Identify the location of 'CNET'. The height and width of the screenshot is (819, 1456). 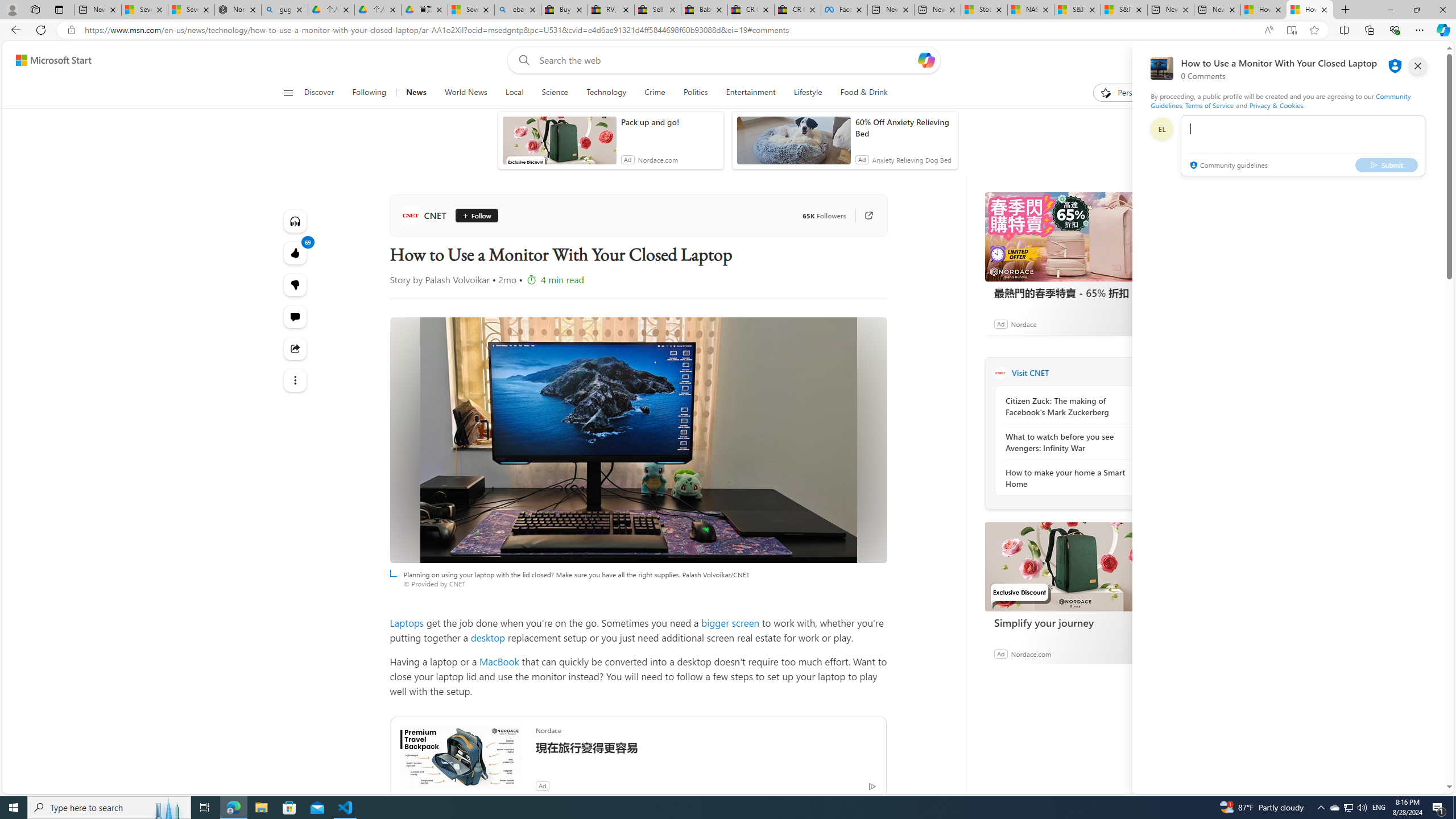
(425, 215).